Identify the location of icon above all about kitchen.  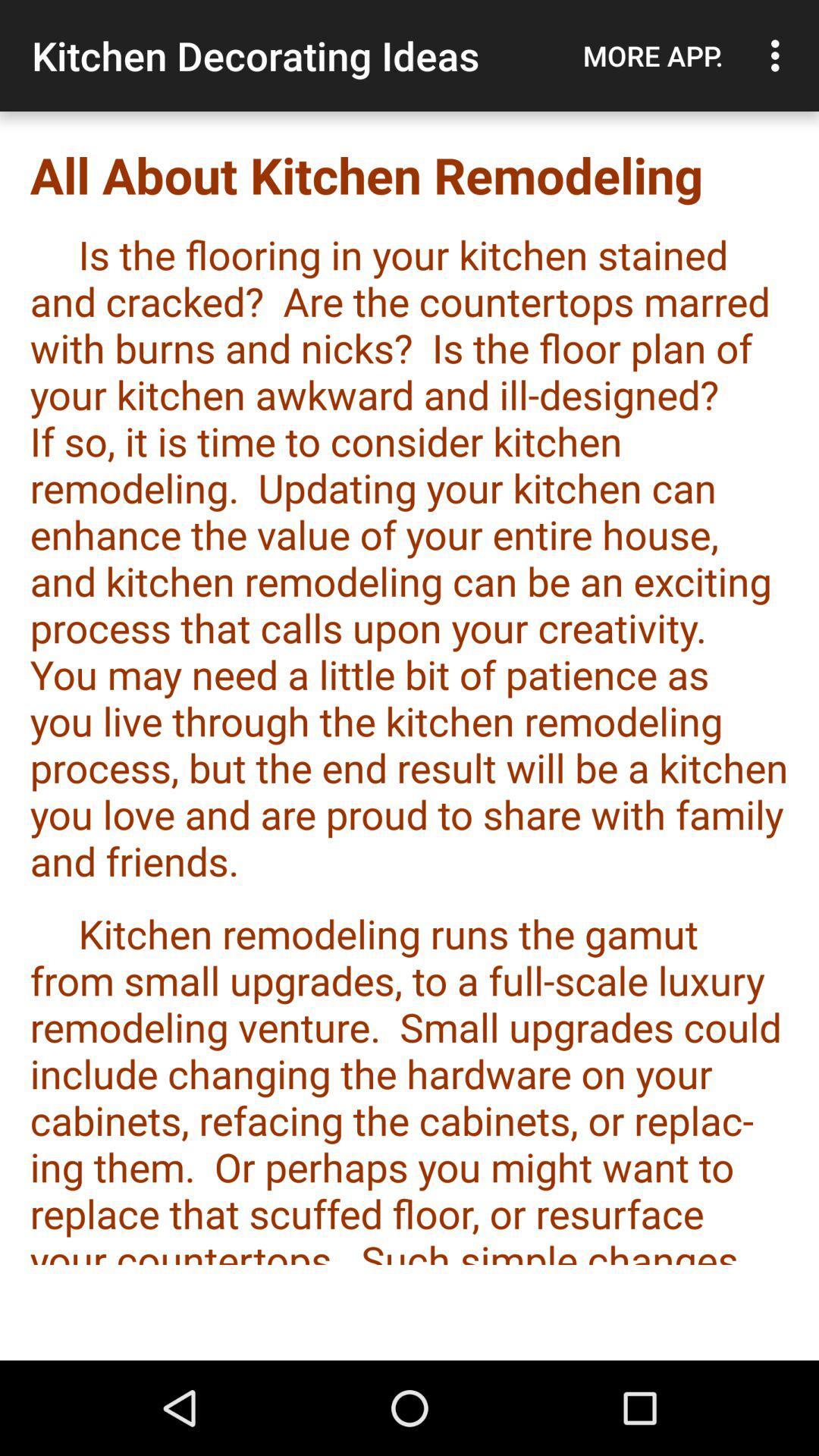
(779, 55).